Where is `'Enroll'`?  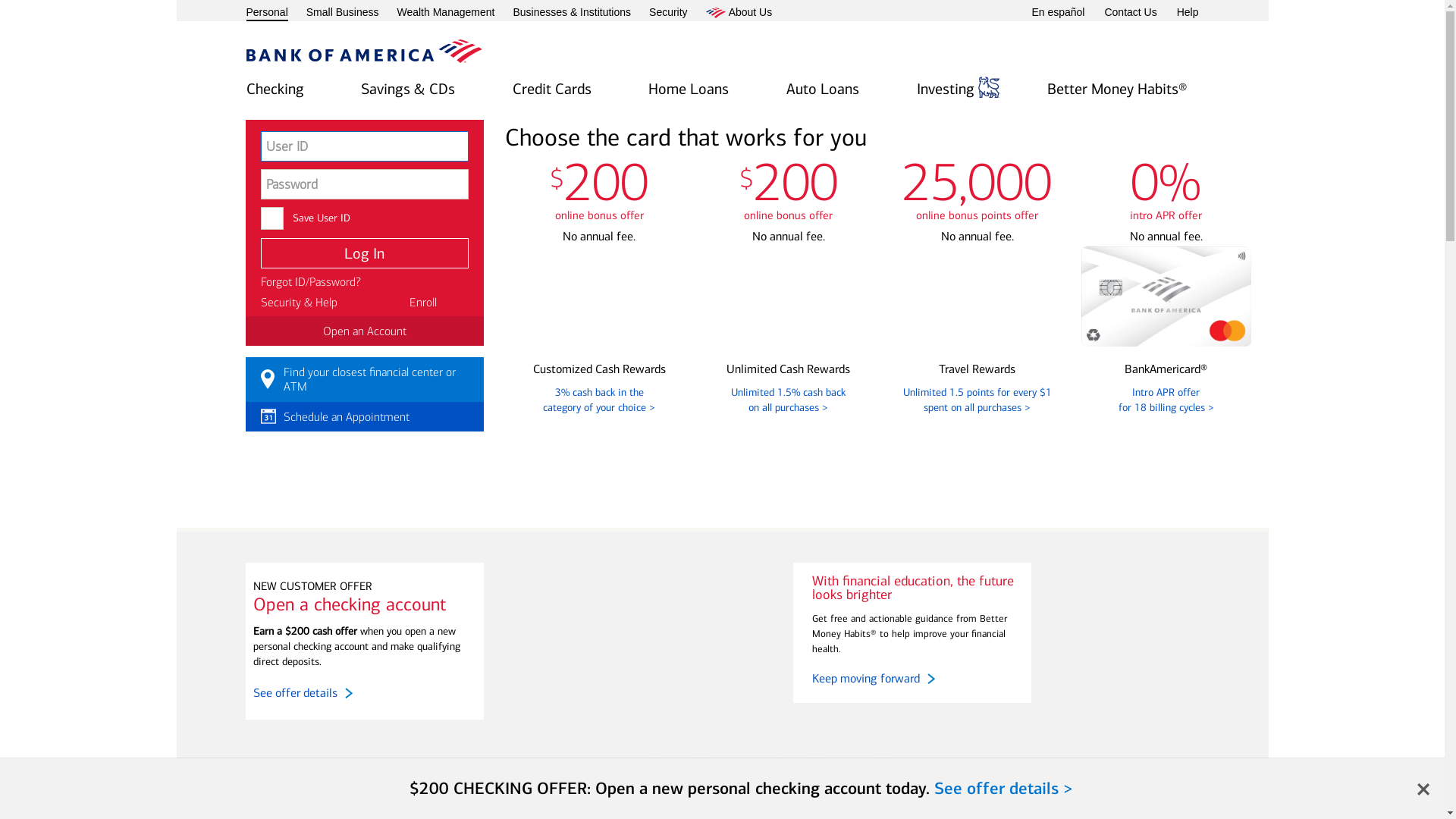 'Enroll' is located at coordinates (422, 302).